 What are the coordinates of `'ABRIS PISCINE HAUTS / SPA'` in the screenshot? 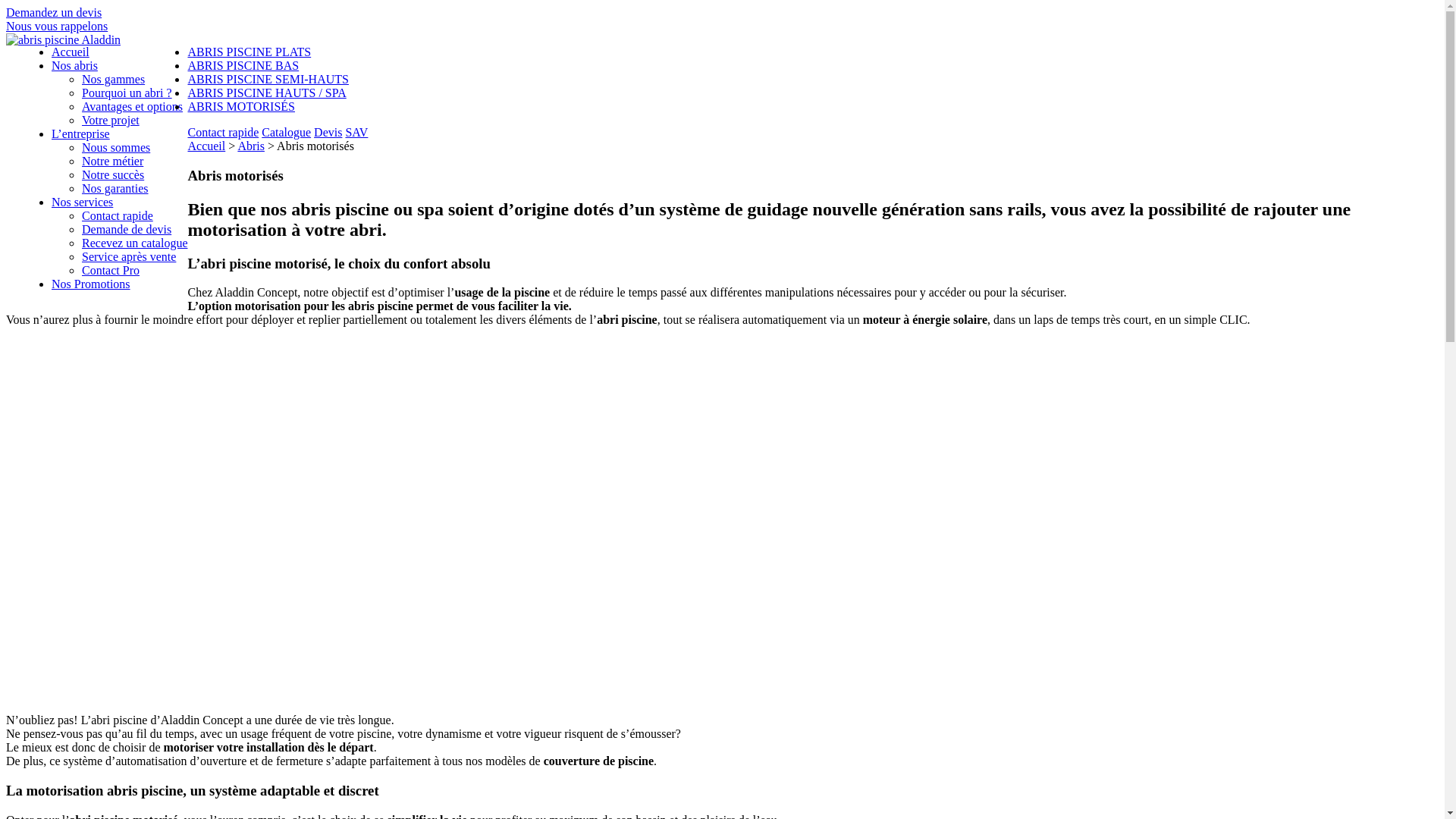 It's located at (266, 93).